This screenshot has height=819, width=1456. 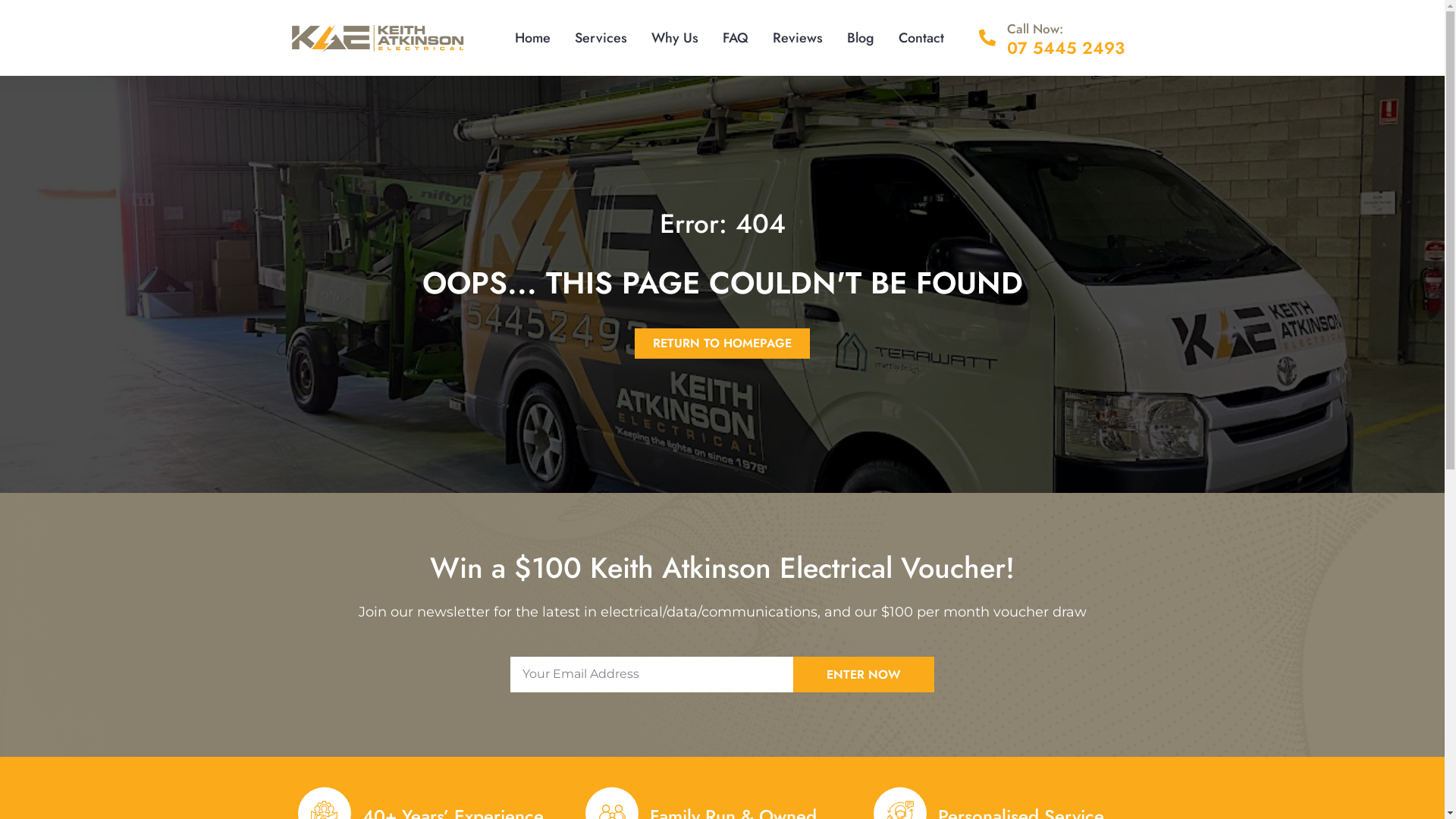 What do you see at coordinates (1065, 46) in the screenshot?
I see `'07 5445 2493'` at bounding box center [1065, 46].